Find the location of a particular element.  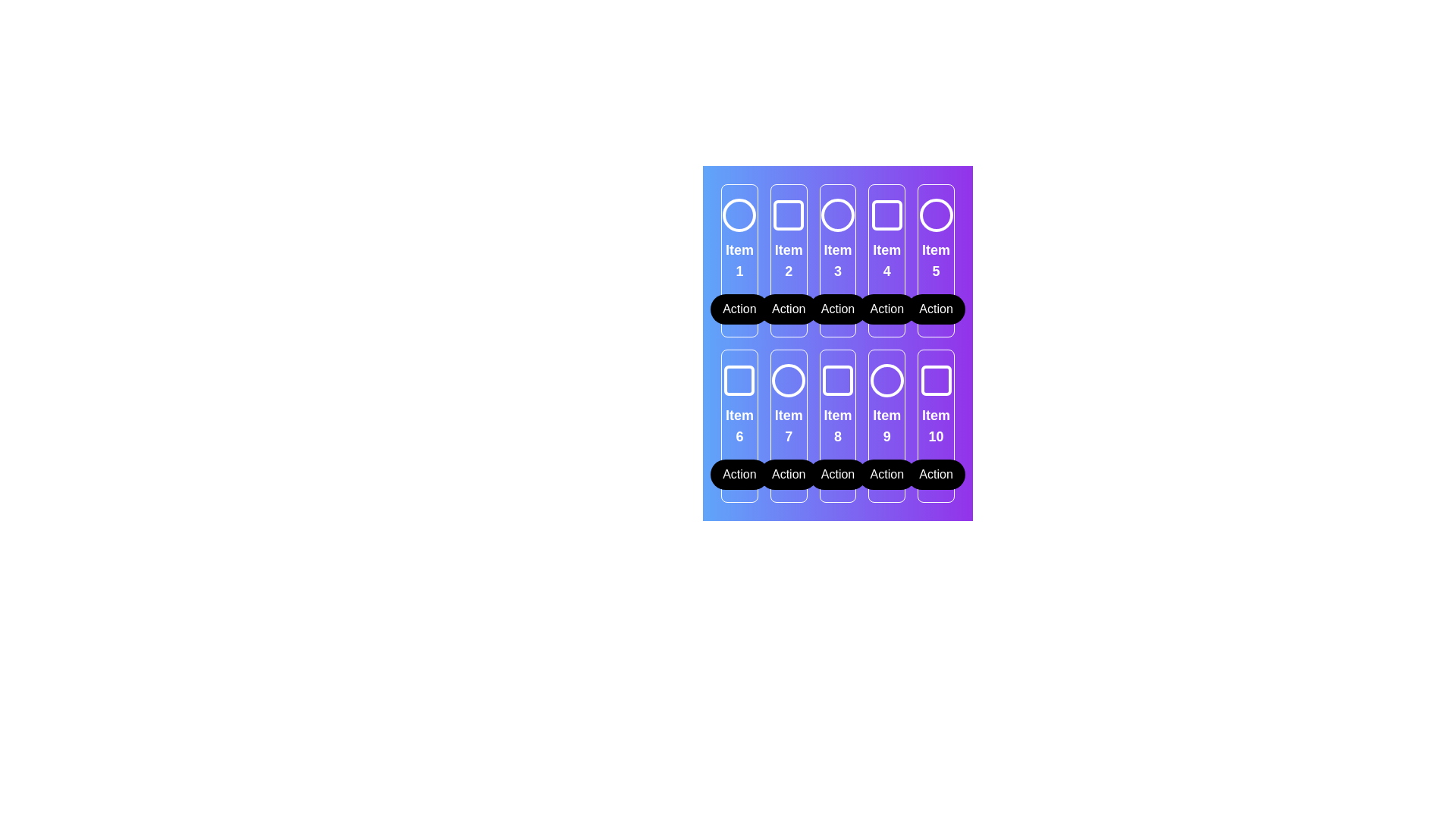

the square-shaped UI component with a black border located at the top center area of the 'Item 10' card is located at coordinates (935, 379).